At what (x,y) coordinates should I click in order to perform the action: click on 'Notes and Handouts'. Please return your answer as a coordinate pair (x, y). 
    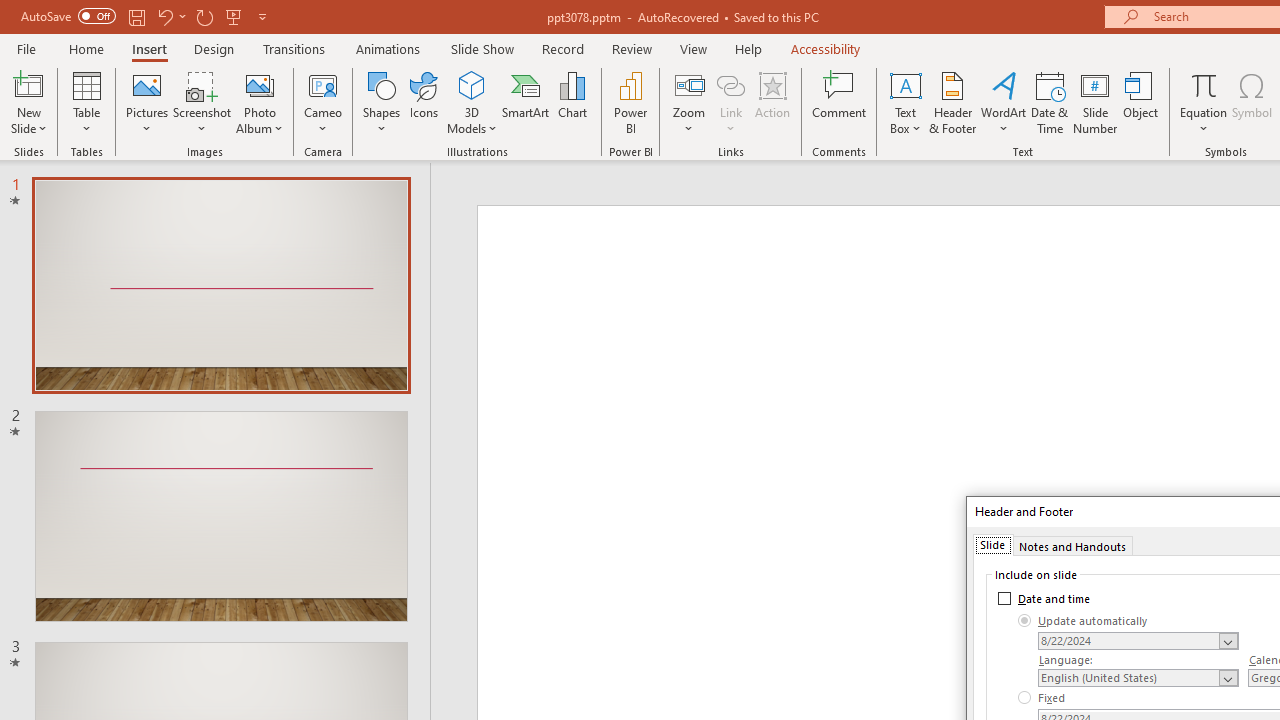
    Looking at the image, I should click on (1071, 544).